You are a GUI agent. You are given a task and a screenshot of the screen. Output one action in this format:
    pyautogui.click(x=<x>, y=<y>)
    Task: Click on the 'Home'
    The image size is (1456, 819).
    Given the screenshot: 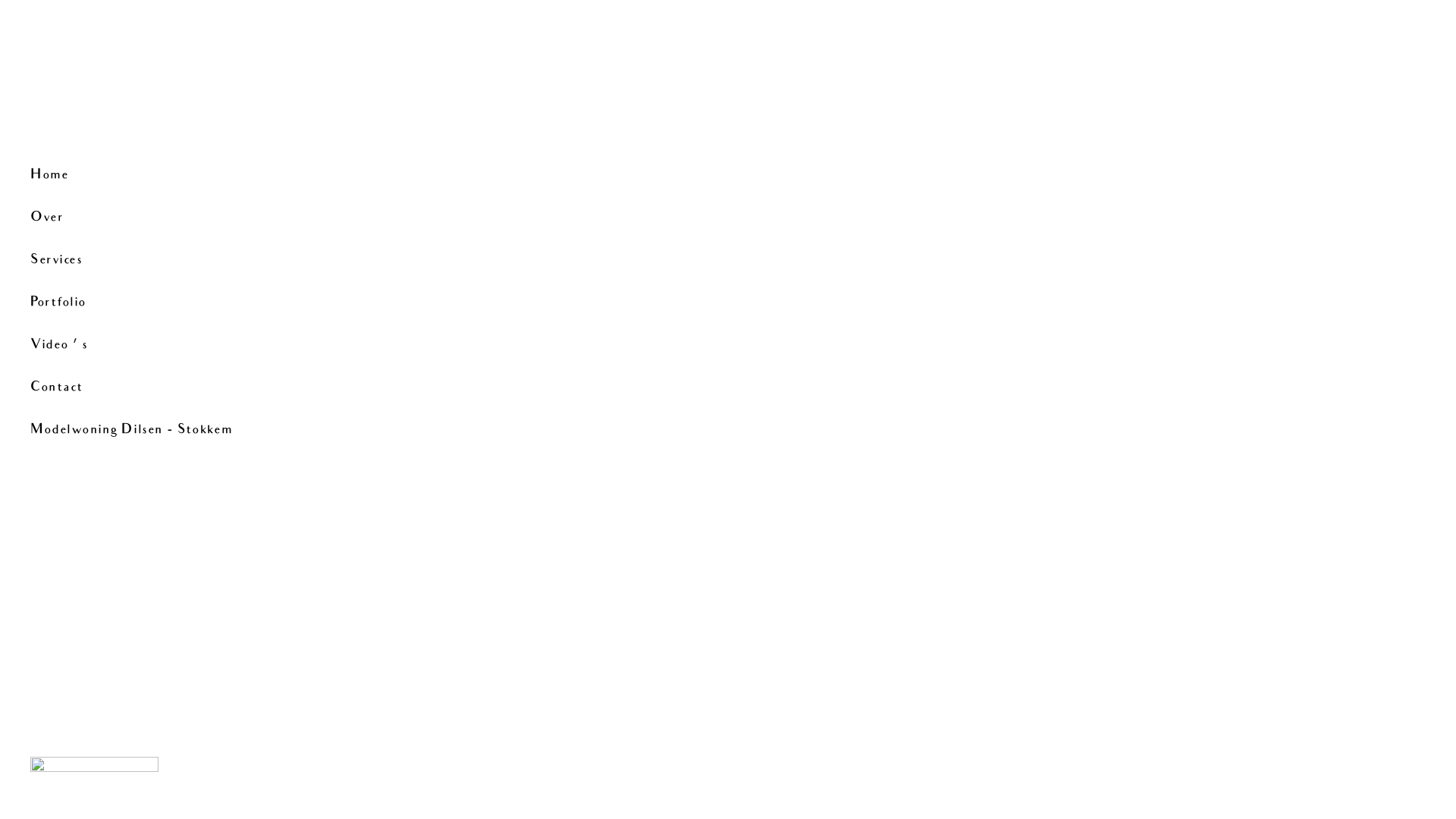 What is the action you would take?
    pyautogui.click(x=30, y=174)
    